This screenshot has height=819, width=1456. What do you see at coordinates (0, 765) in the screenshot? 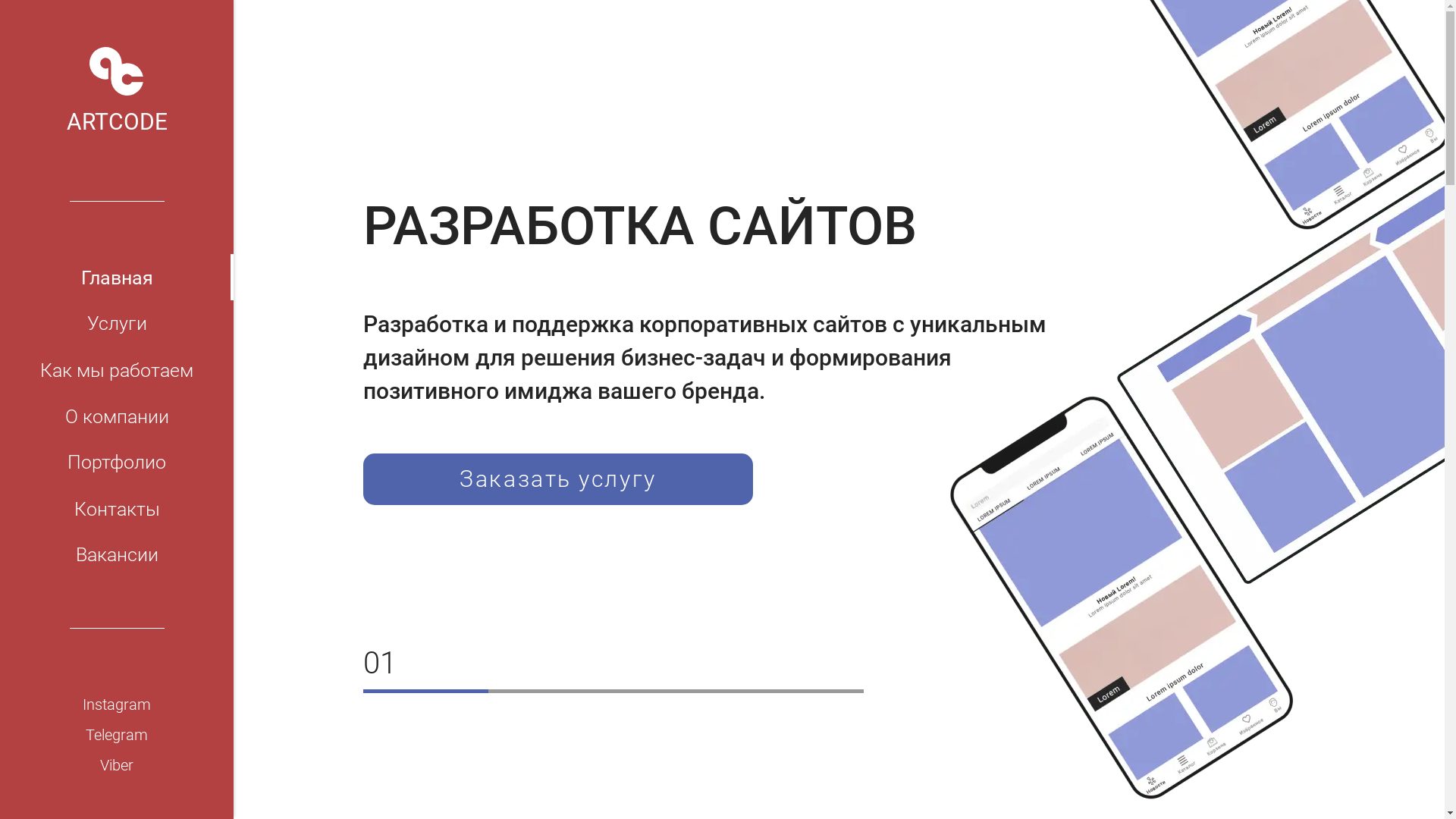
I see `'Viber'` at bounding box center [0, 765].